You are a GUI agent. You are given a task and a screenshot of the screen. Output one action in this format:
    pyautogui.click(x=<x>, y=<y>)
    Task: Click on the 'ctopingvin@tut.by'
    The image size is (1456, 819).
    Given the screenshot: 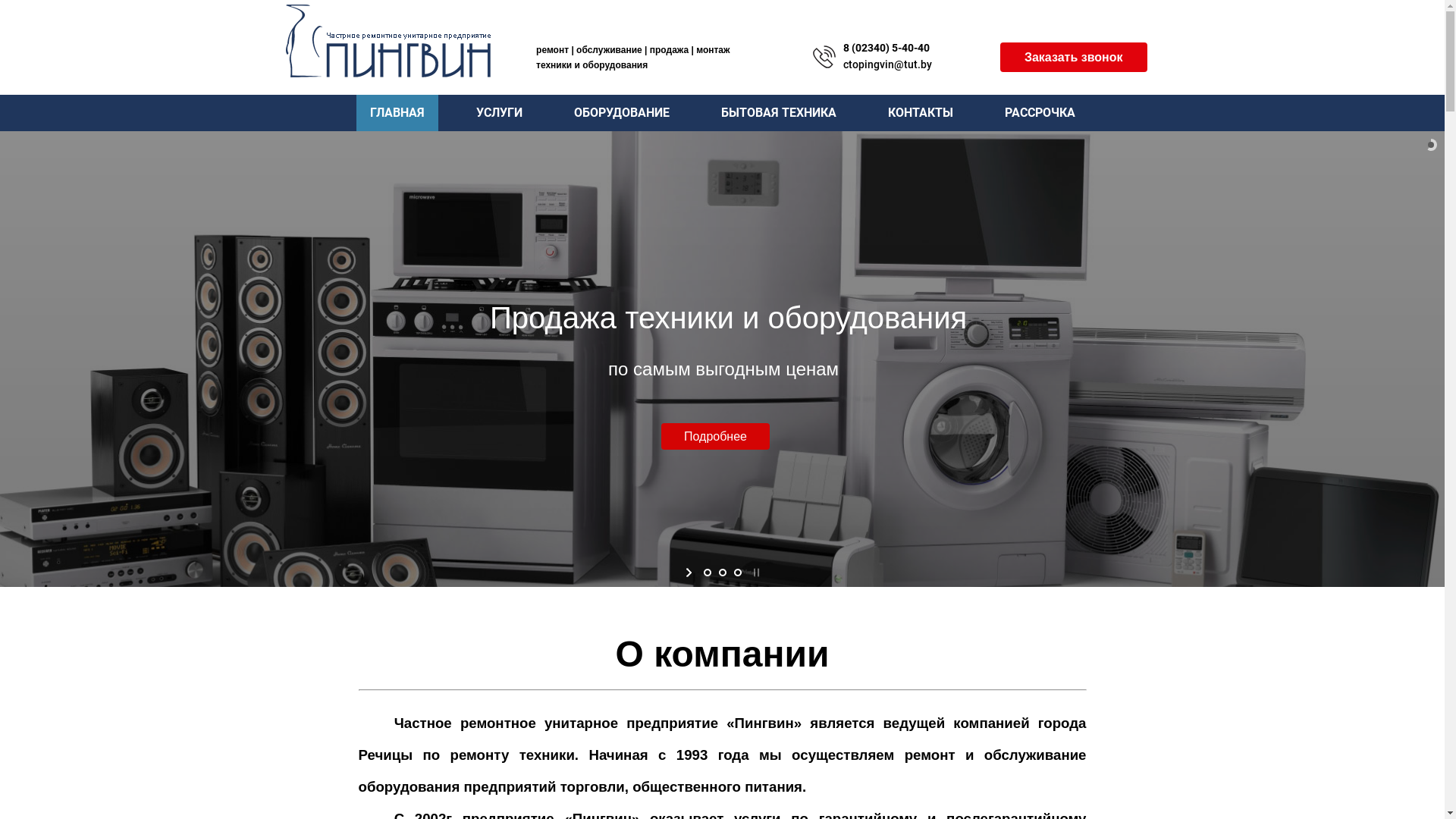 What is the action you would take?
    pyautogui.click(x=887, y=63)
    